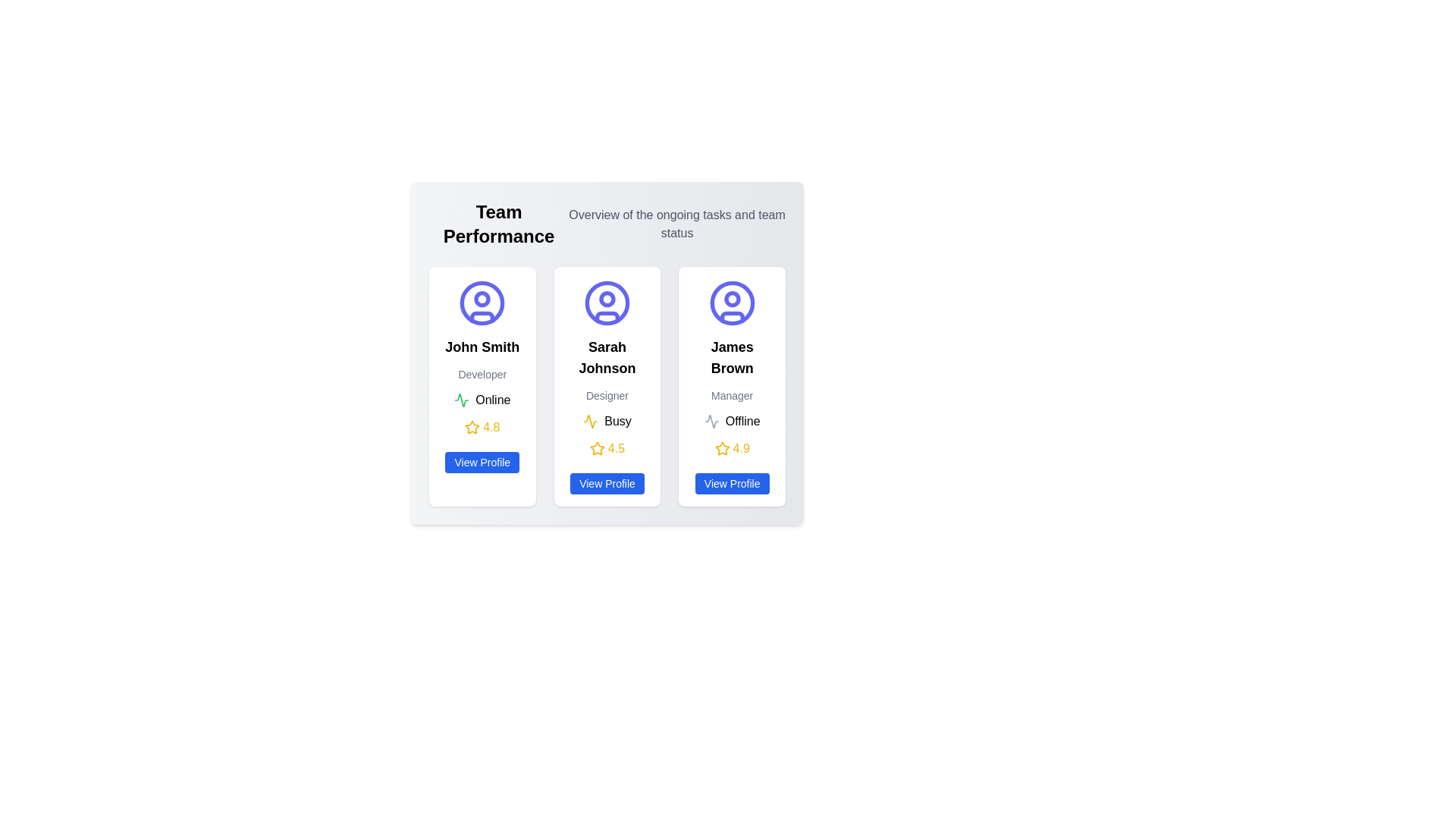  Describe the element at coordinates (482, 316) in the screenshot. I see `vector graphic element representing a detail of the user avatar icon through developer tools` at that location.